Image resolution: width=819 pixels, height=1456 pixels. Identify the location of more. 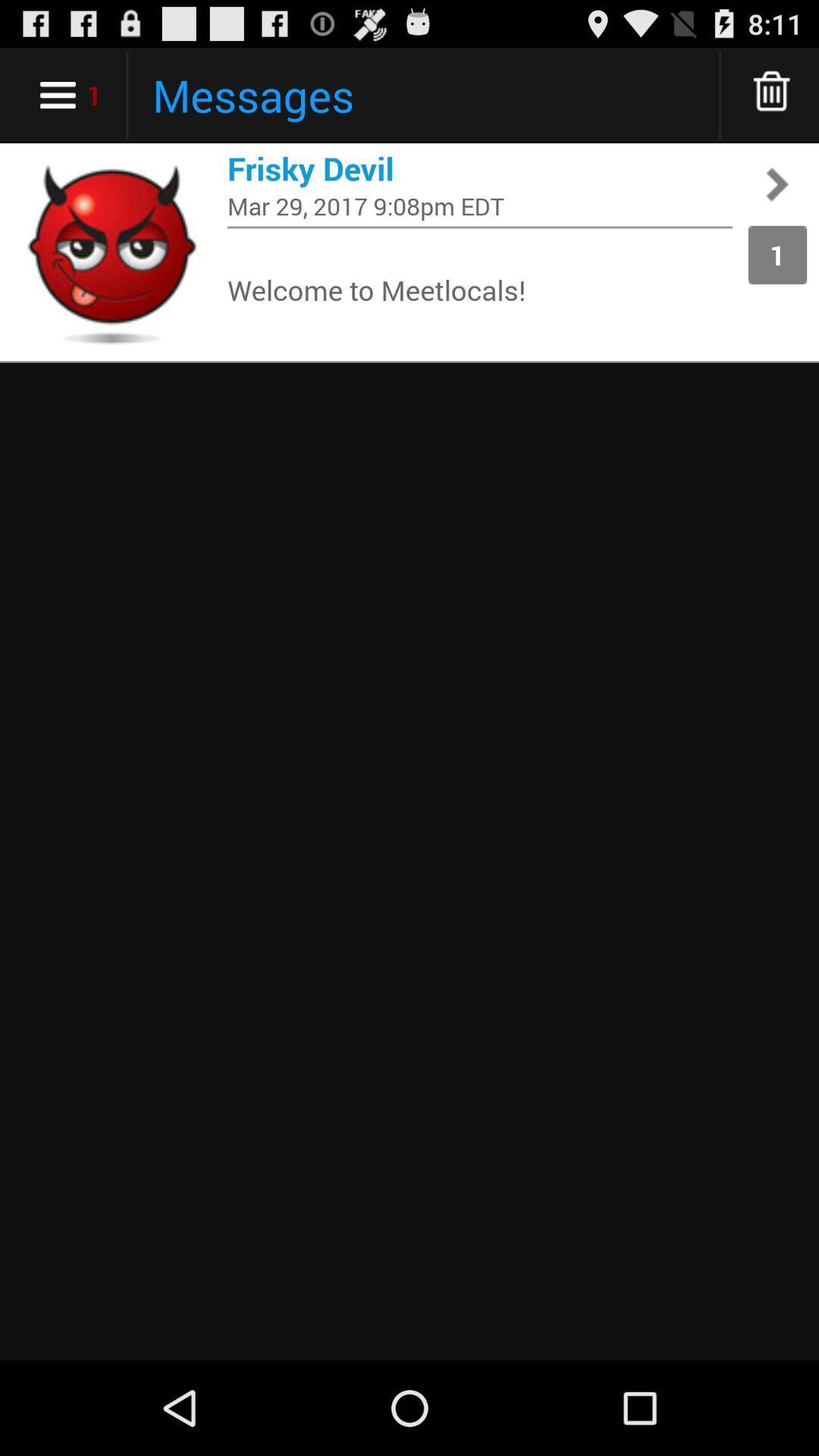
(772, 94).